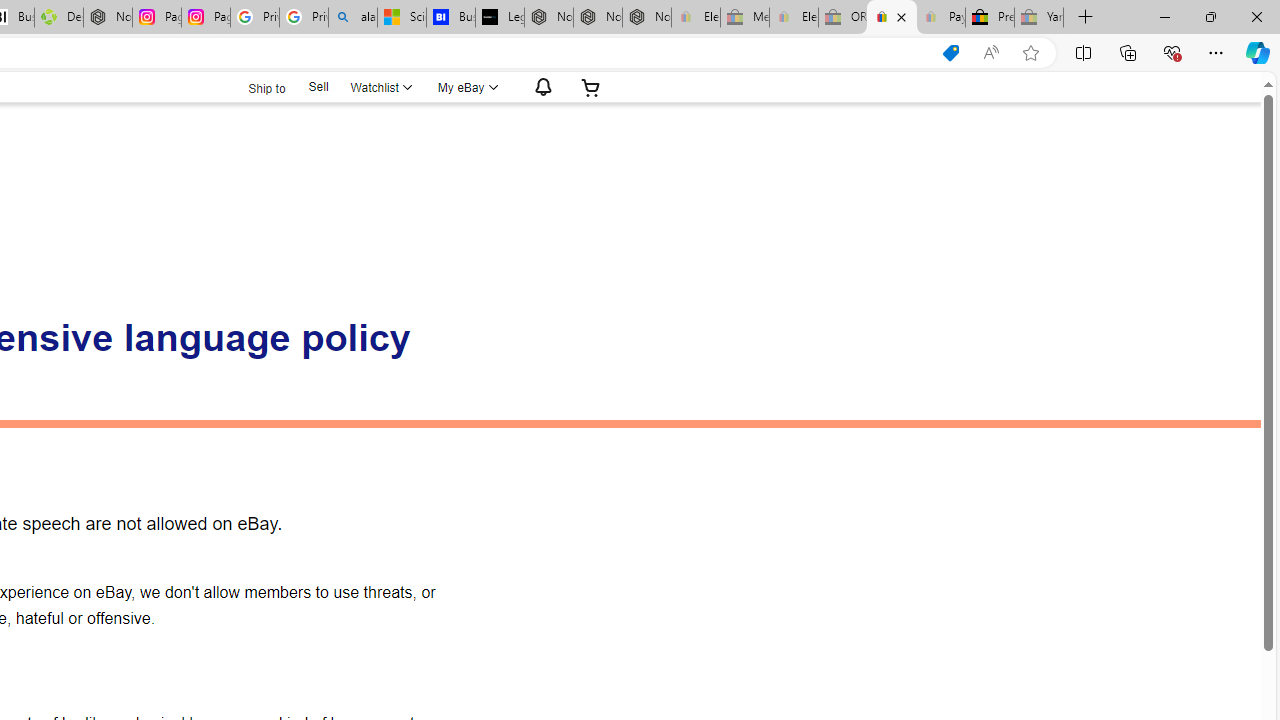 The image size is (1280, 720). Describe the element at coordinates (990, 17) in the screenshot. I see `'Press Room - eBay Inc.'` at that location.